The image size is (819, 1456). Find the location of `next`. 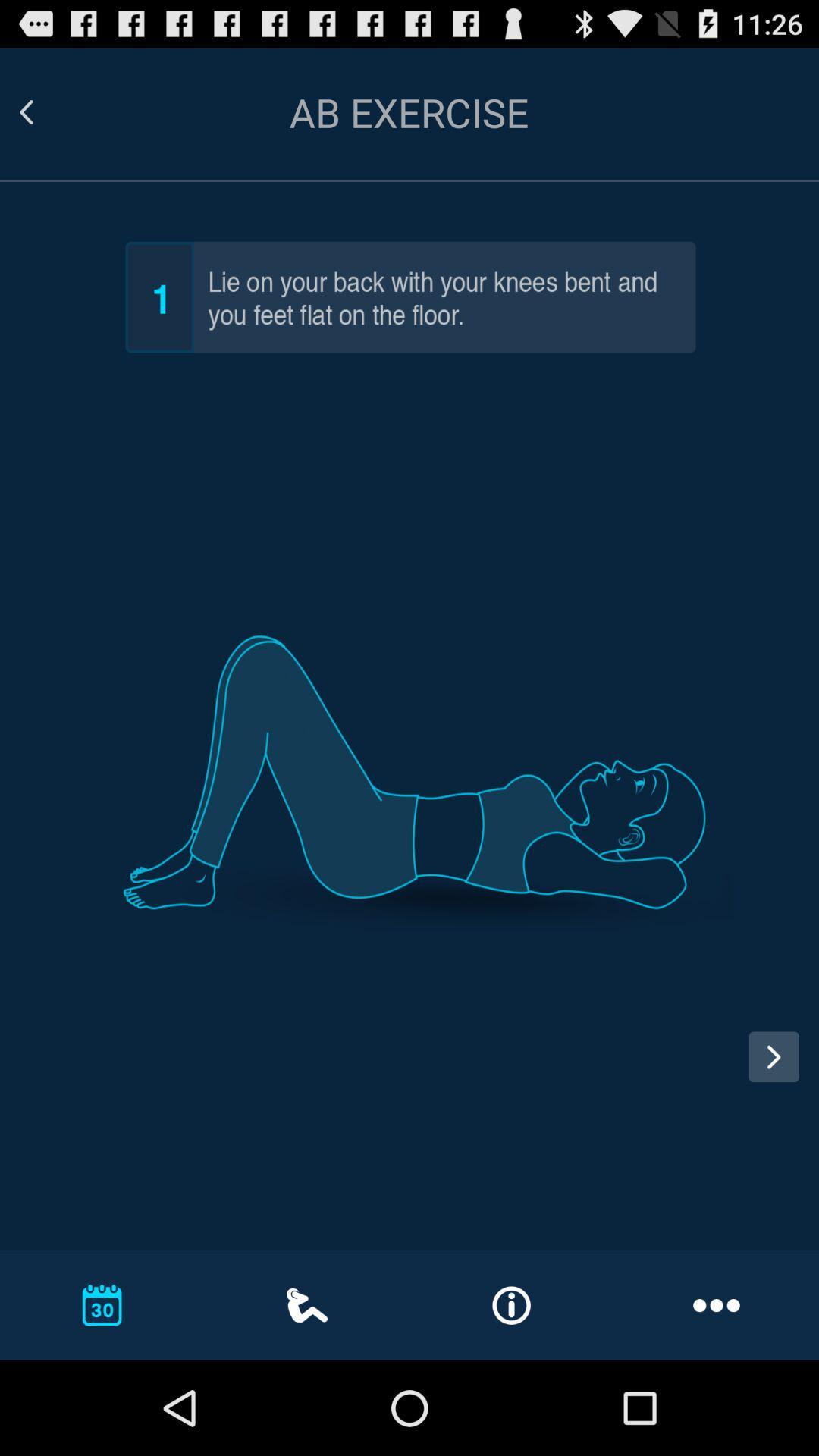

next is located at coordinates (779, 1070).